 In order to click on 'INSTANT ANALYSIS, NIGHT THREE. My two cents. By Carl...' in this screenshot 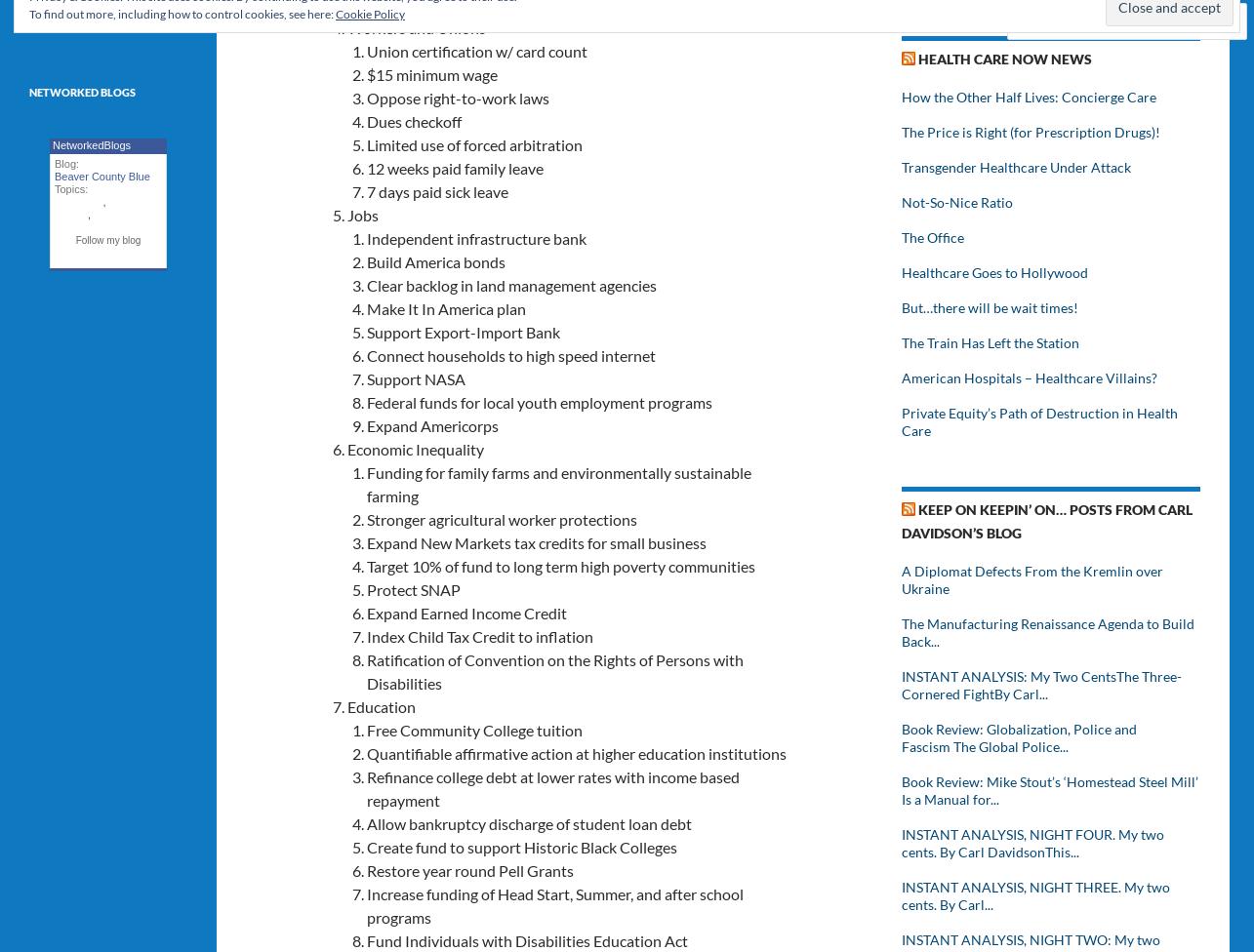, I will do `click(902, 894)`.